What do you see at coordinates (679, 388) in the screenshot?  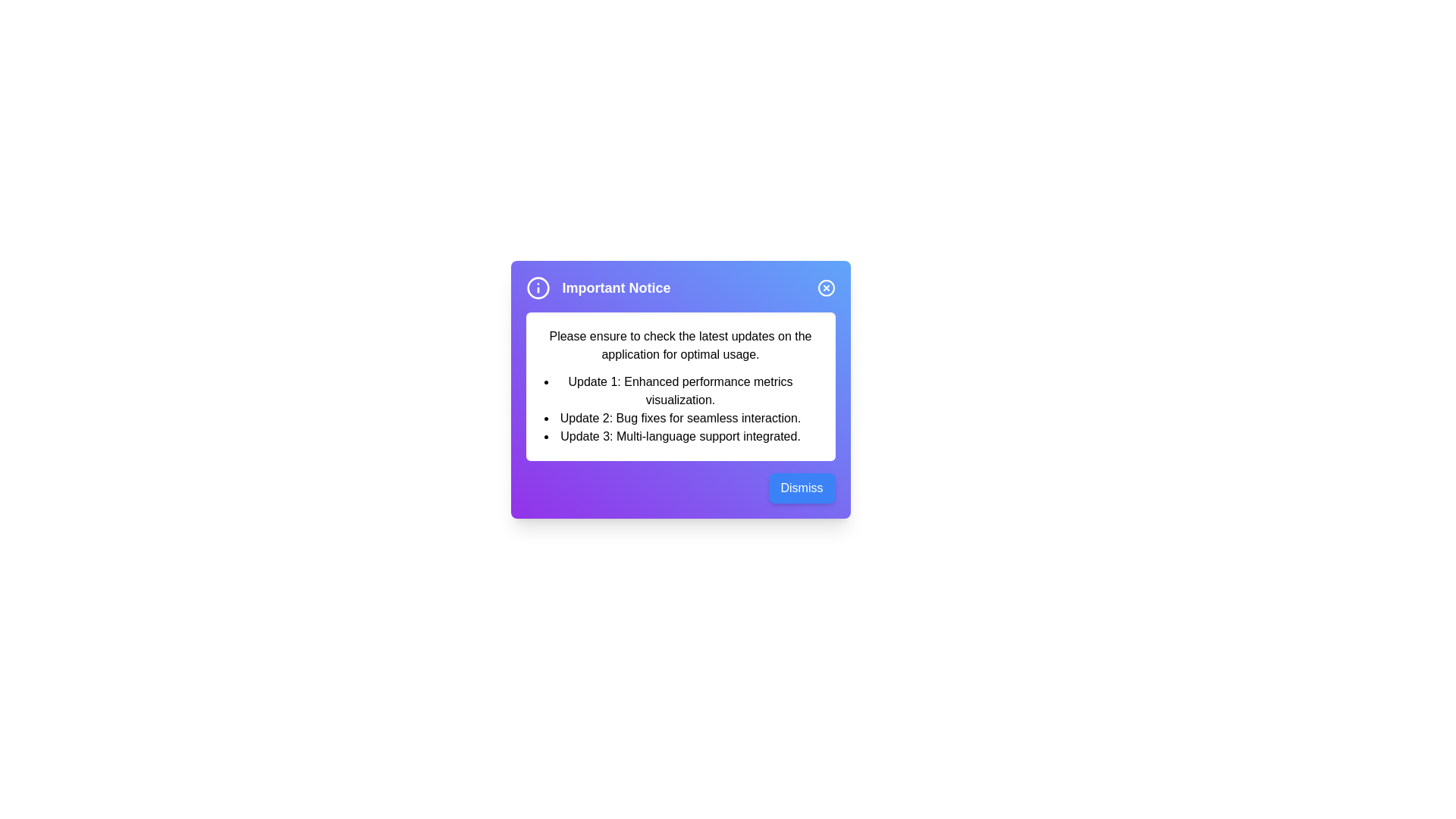 I see `the alert to open the context menu` at bounding box center [679, 388].